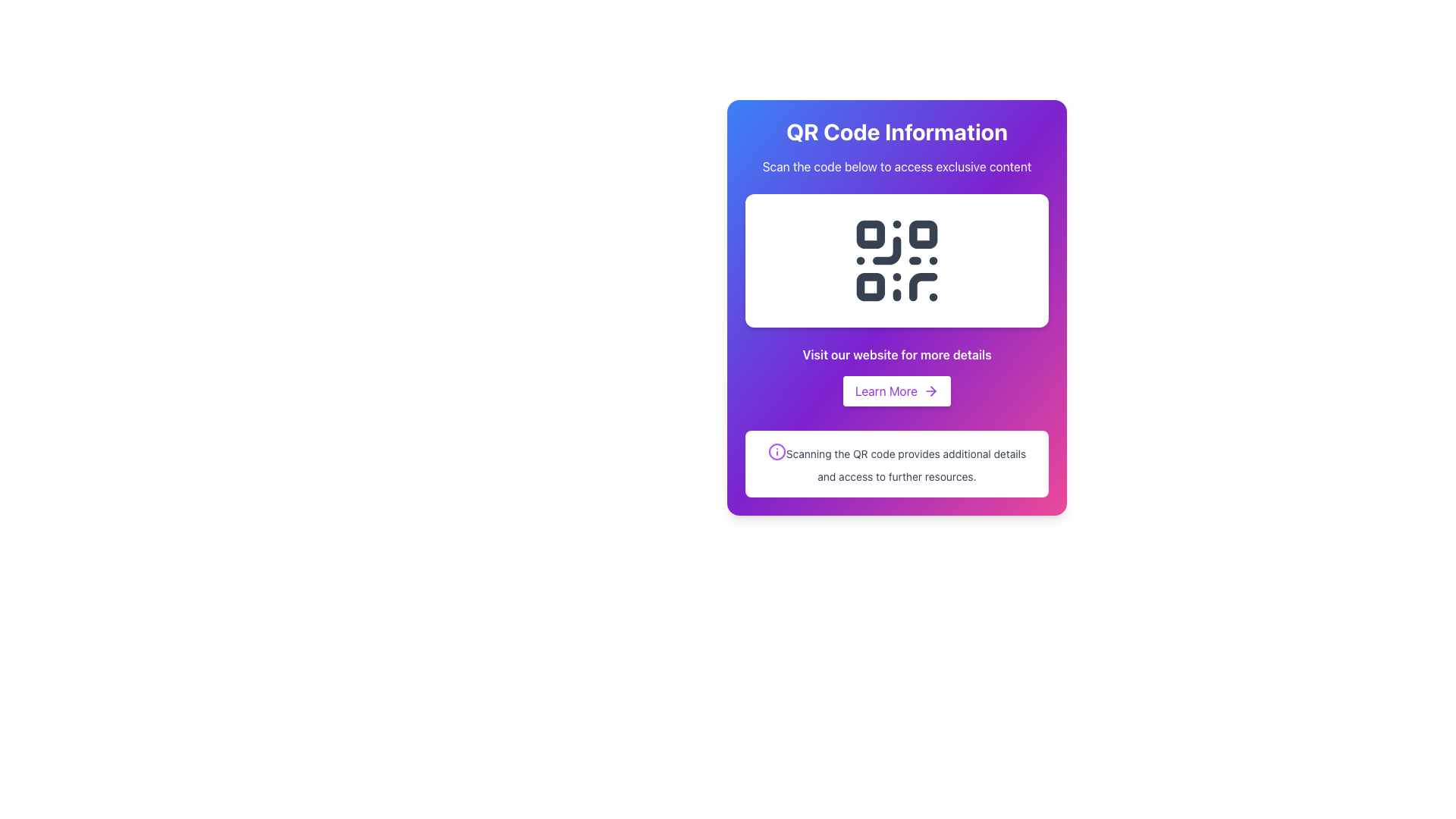 The image size is (1456, 819). Describe the element at coordinates (870, 234) in the screenshot. I see `the small black square-shaped graphical feature located in the top-left corner of the QR code for scanning` at that location.